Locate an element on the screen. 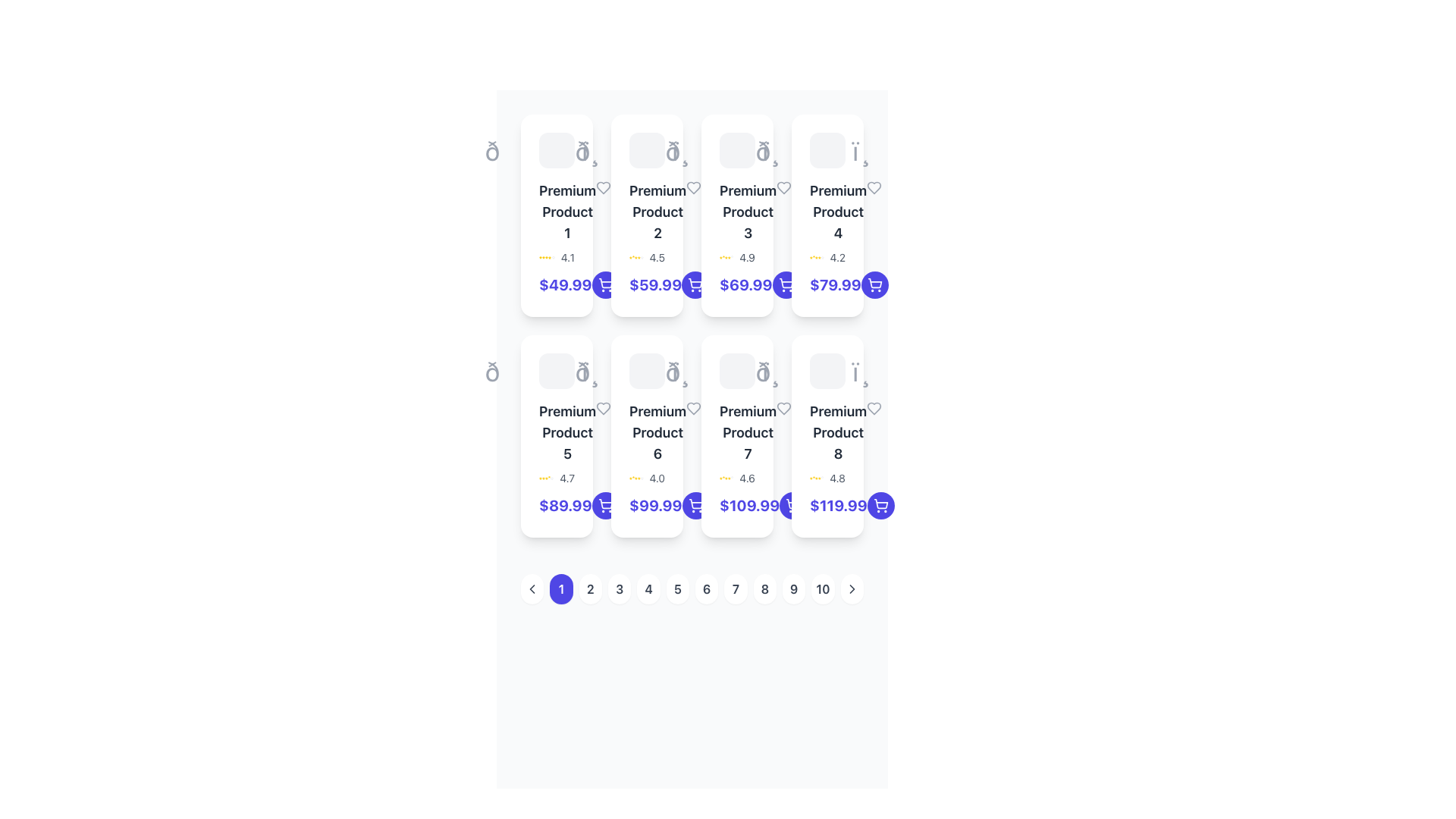 This screenshot has width=1456, height=819. the stylized shopping cart icon button located at the bottom-right corner of the 'Premium Product 8' card is located at coordinates (880, 504).